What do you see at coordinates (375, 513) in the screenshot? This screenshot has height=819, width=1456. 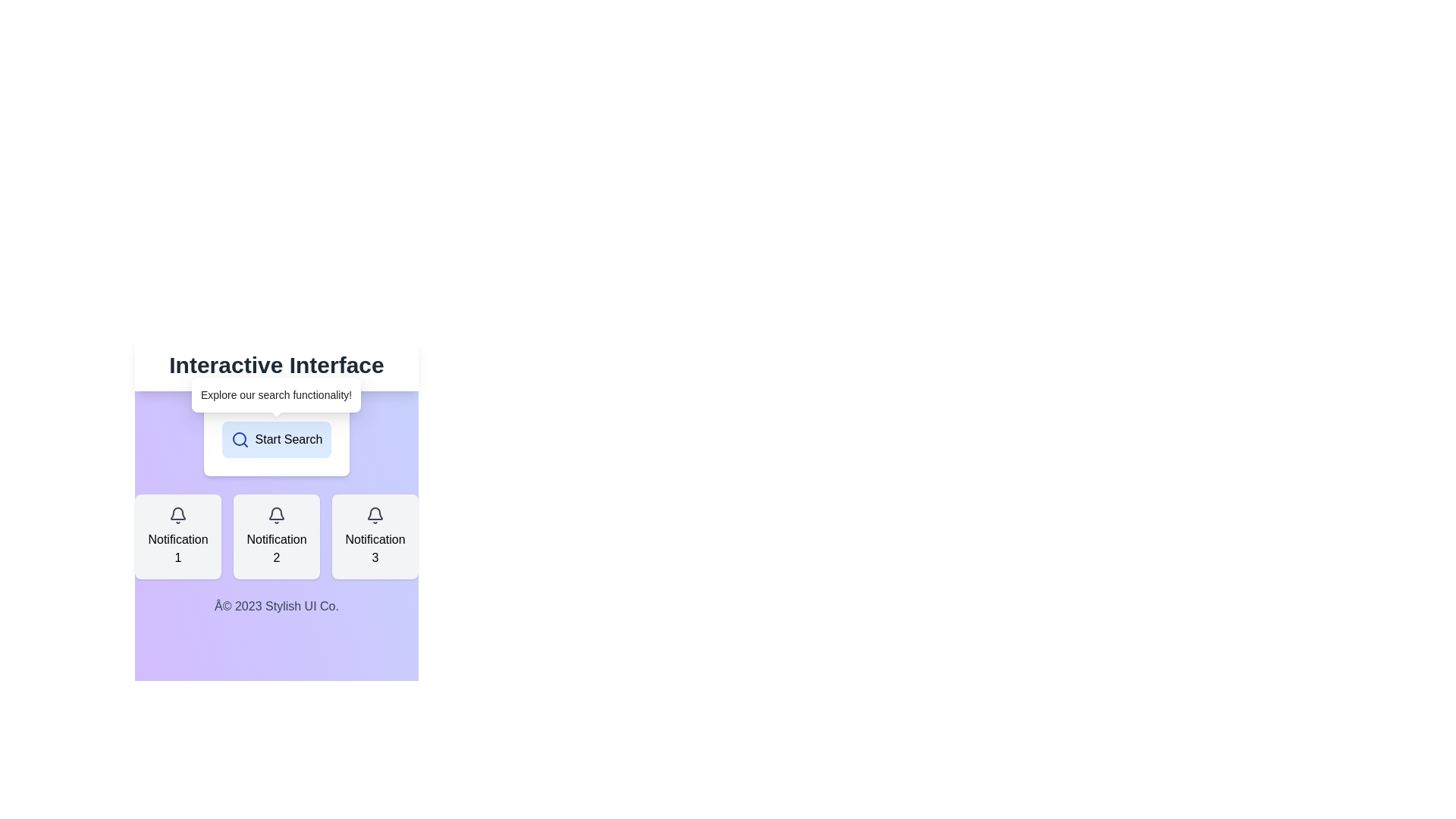 I see `lower portion of the SVG bell icon located in the third notification card in the bottom row of the interface using developer tools` at bounding box center [375, 513].